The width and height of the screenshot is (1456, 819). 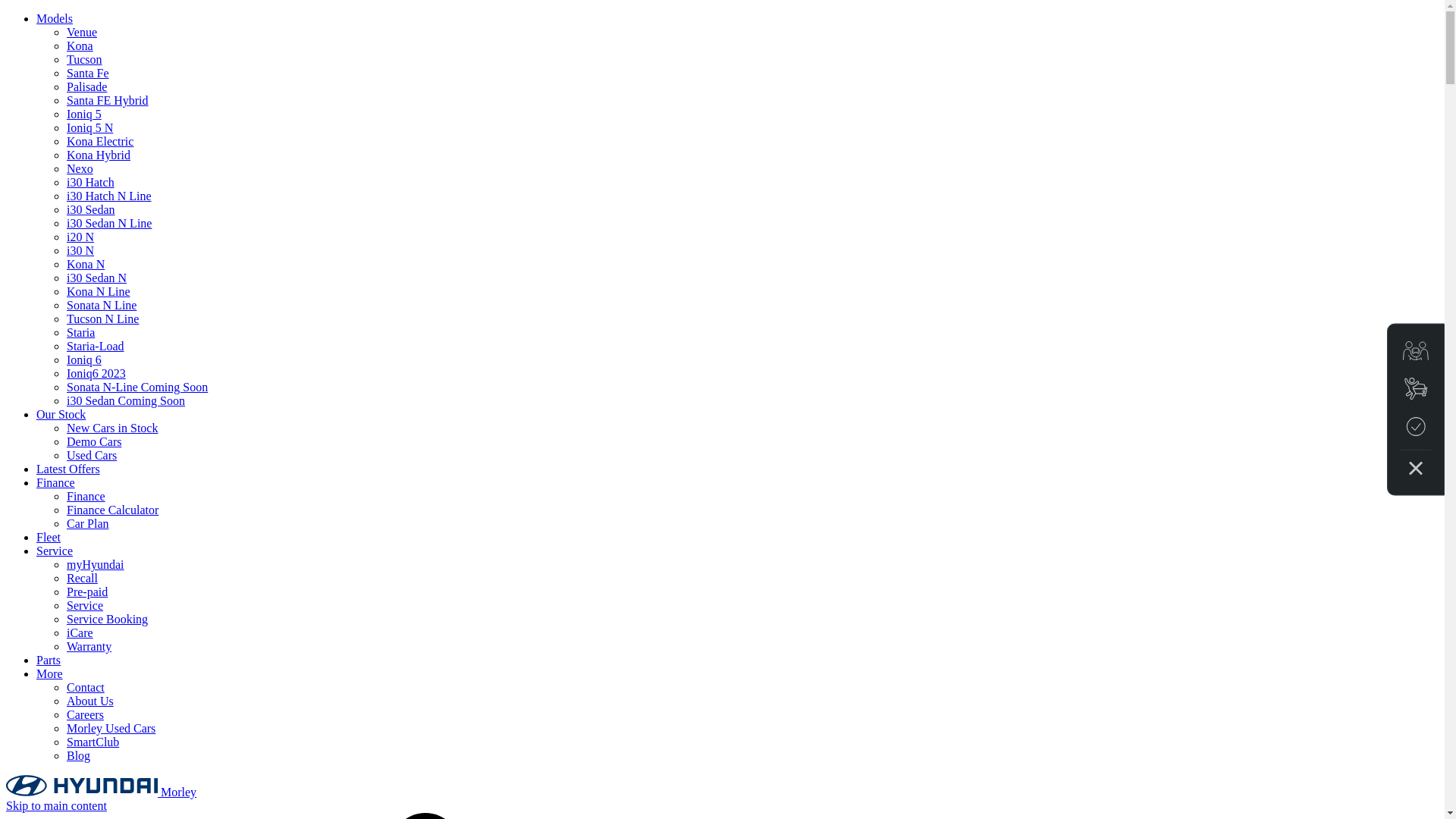 What do you see at coordinates (81, 578) in the screenshot?
I see `'Recall'` at bounding box center [81, 578].